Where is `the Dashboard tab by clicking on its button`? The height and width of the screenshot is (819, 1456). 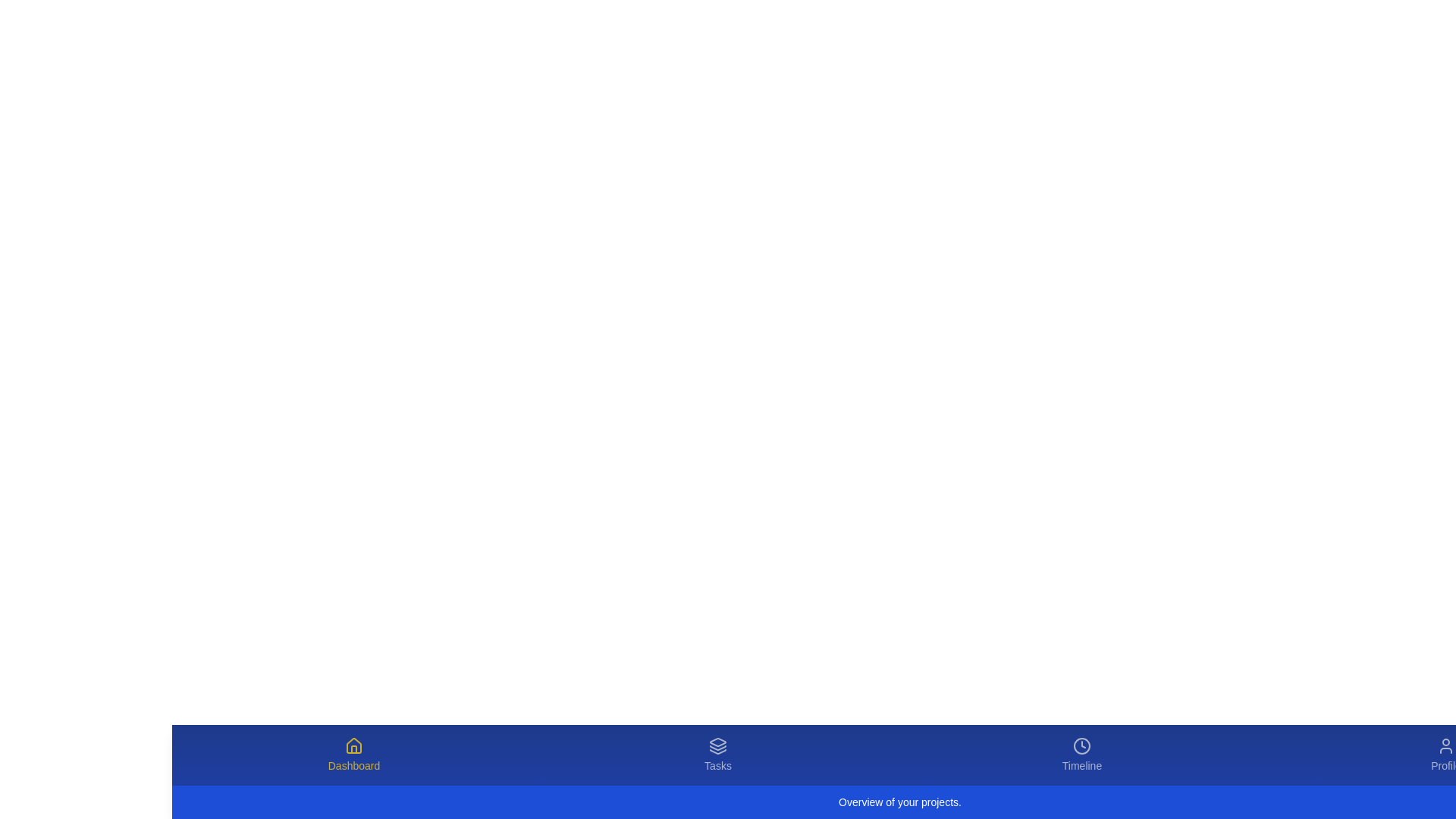 the Dashboard tab by clicking on its button is located at coordinates (353, 755).